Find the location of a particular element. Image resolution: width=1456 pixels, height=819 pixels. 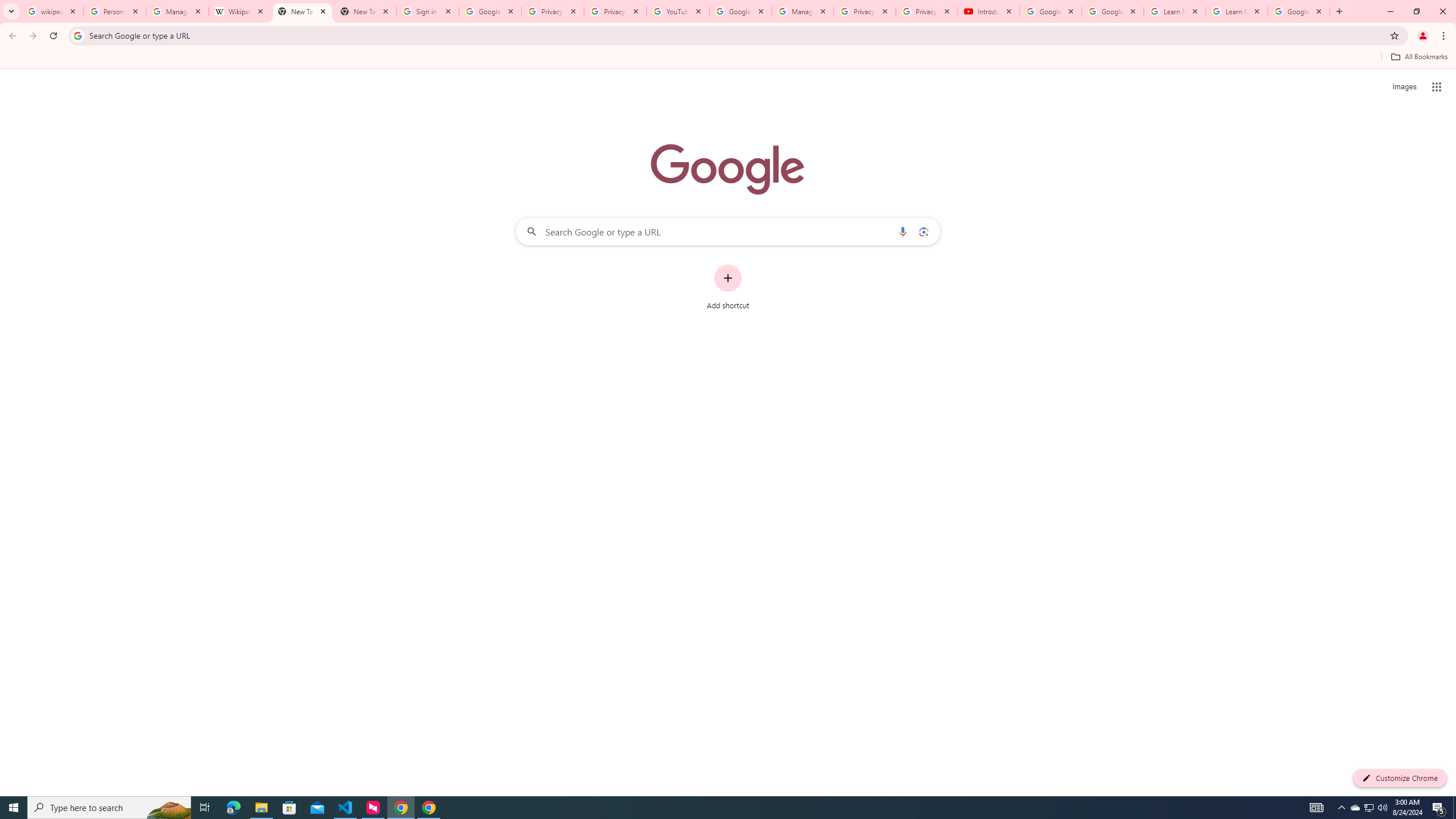

'Google Account Help' is located at coordinates (1050, 11).